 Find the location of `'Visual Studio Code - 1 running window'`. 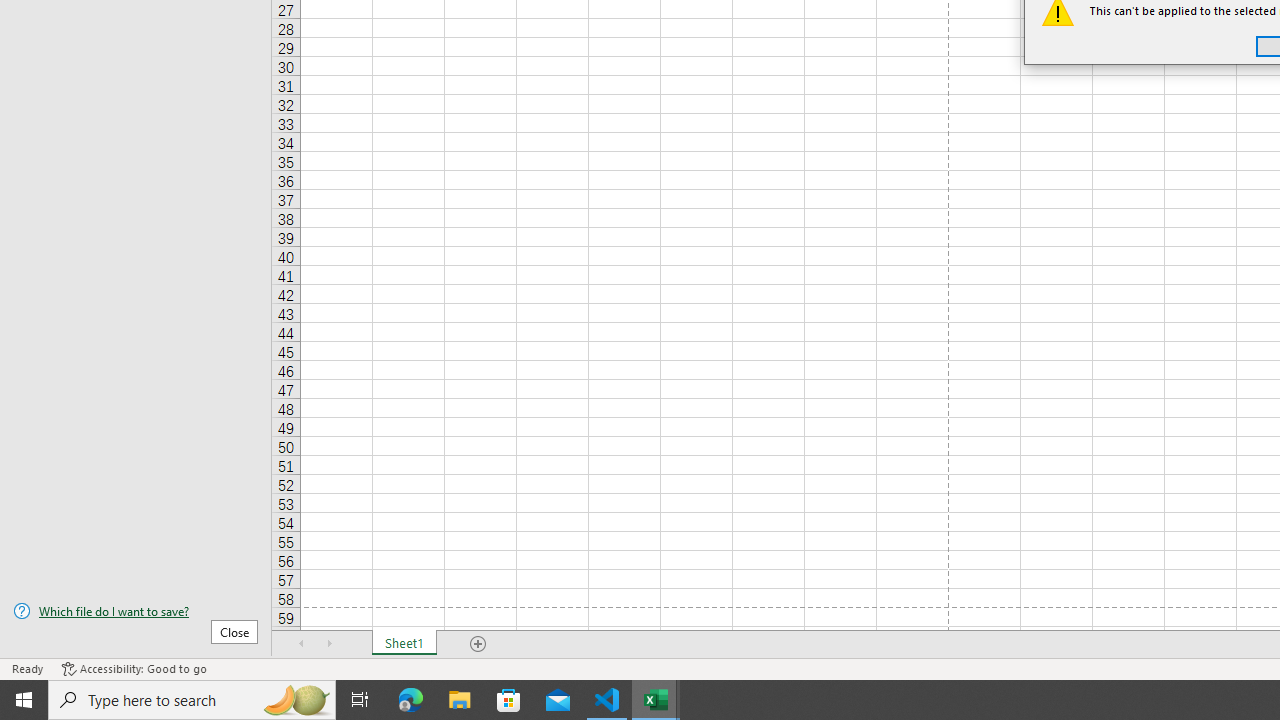

'Visual Studio Code - 1 running window' is located at coordinates (606, 698).